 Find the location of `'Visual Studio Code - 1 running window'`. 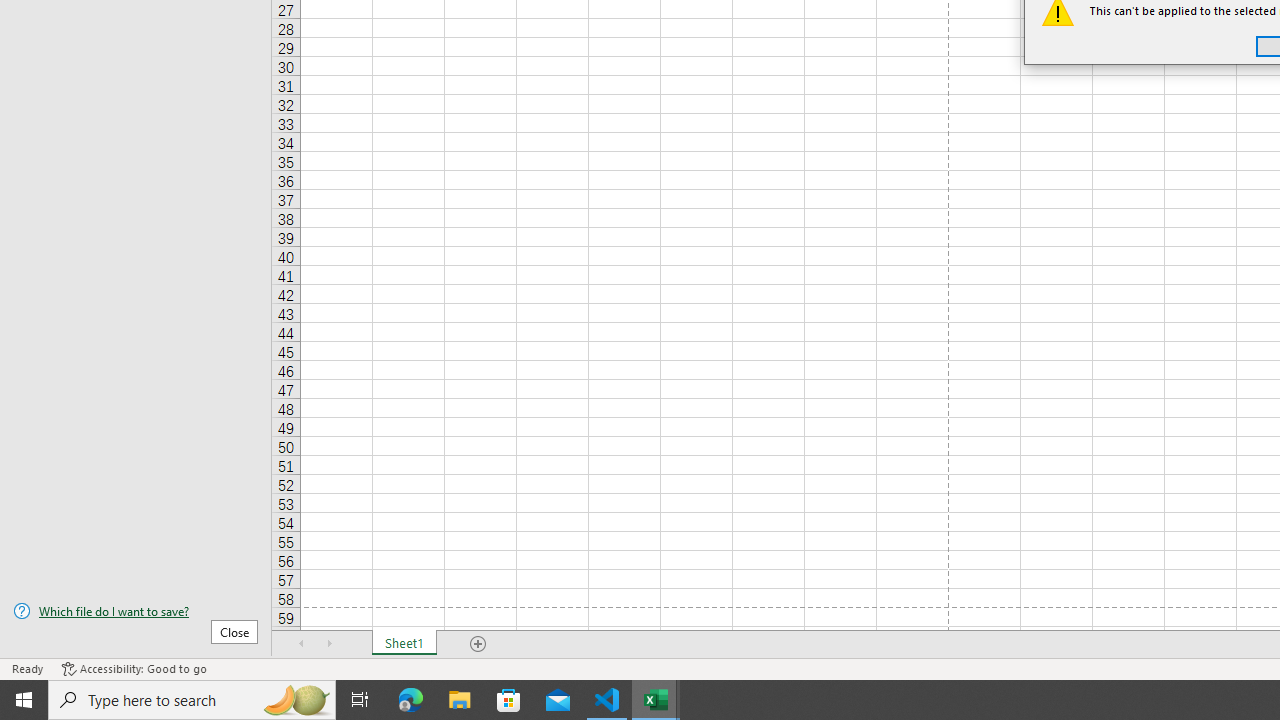

'Visual Studio Code - 1 running window' is located at coordinates (606, 698).